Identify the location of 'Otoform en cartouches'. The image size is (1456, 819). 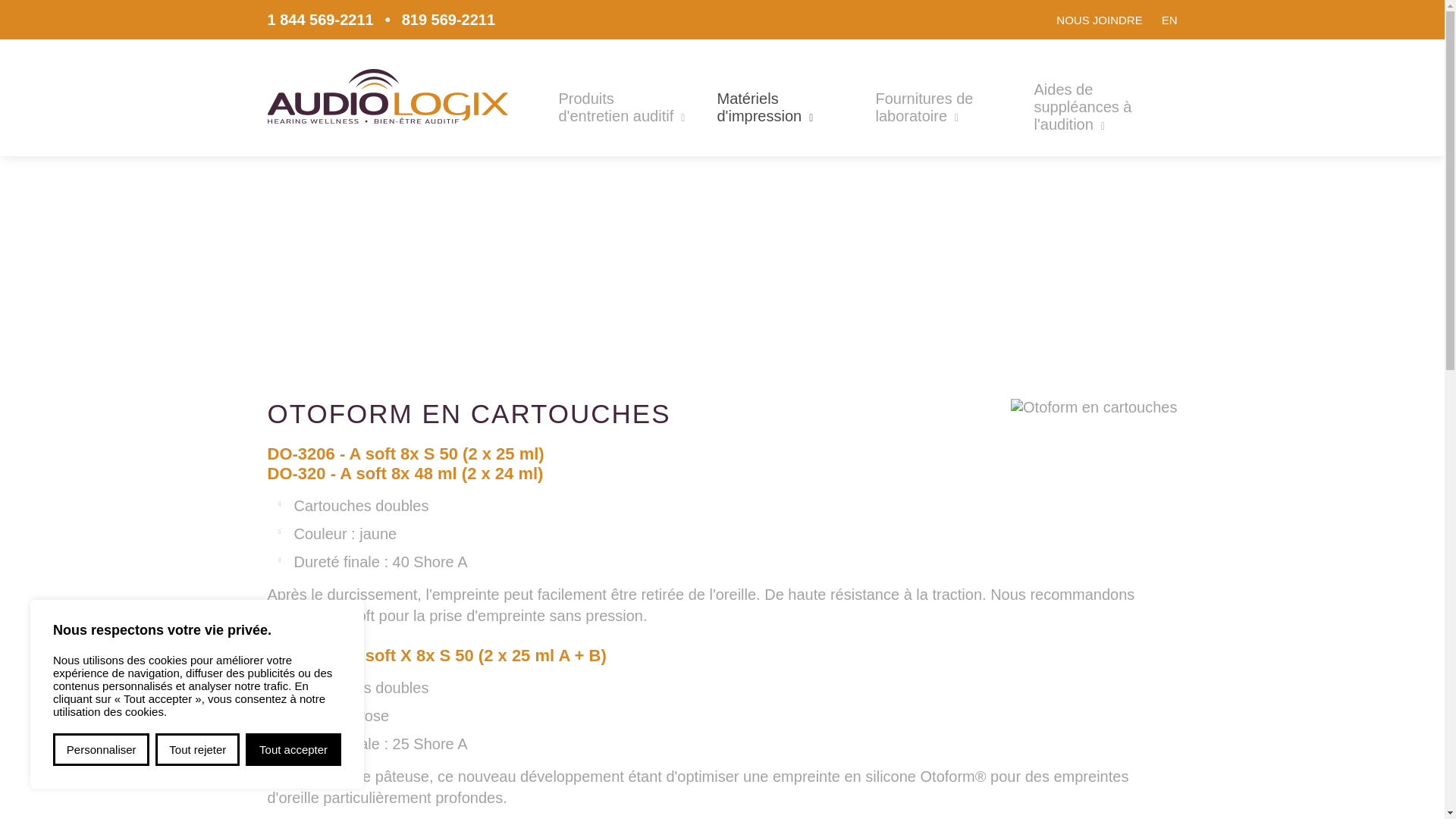
(1094, 406).